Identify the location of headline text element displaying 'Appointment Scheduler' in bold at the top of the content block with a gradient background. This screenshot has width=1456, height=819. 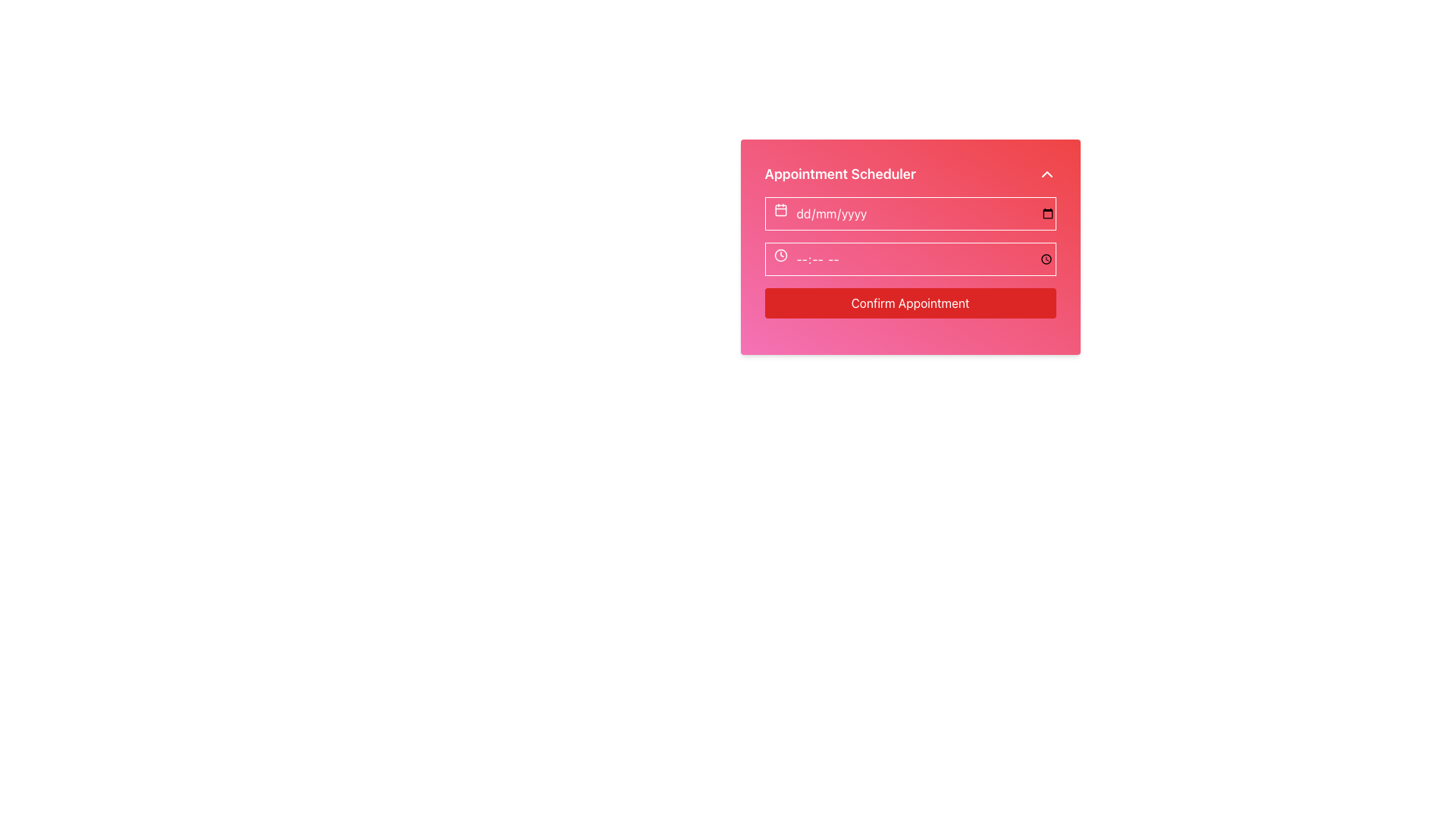
(839, 174).